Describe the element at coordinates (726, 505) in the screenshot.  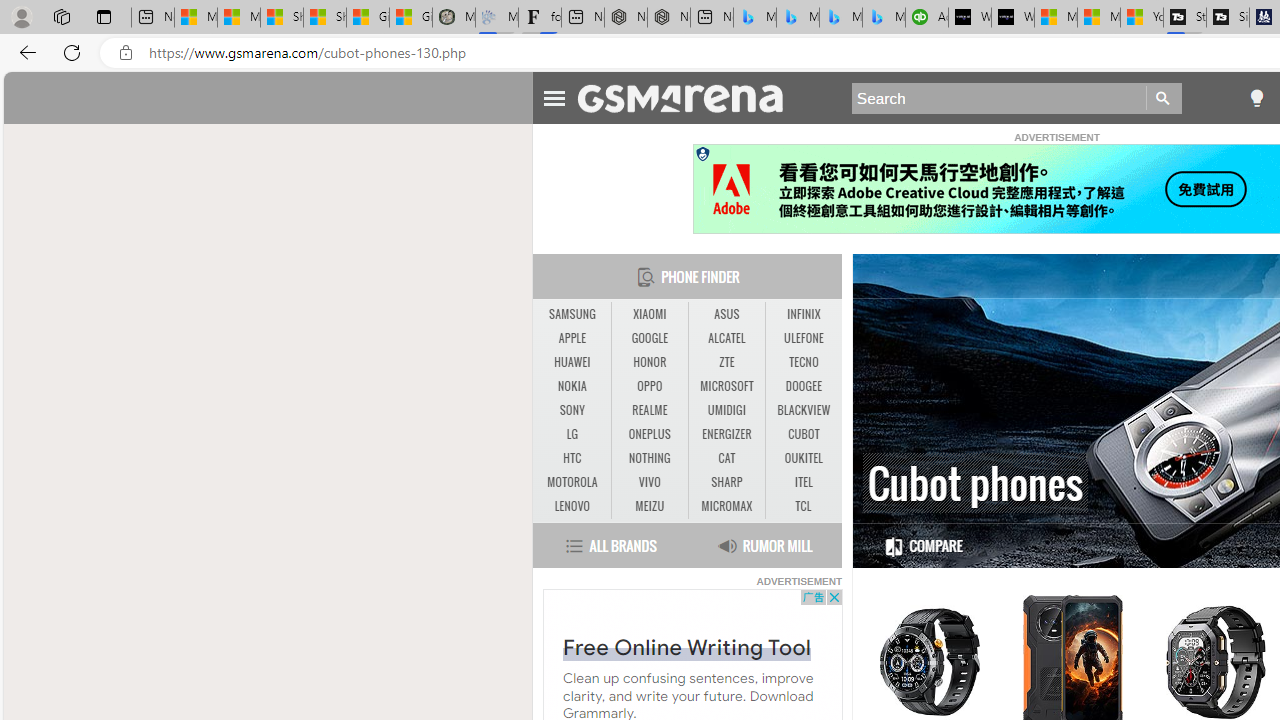
I see `'MICROMAX'` at that location.